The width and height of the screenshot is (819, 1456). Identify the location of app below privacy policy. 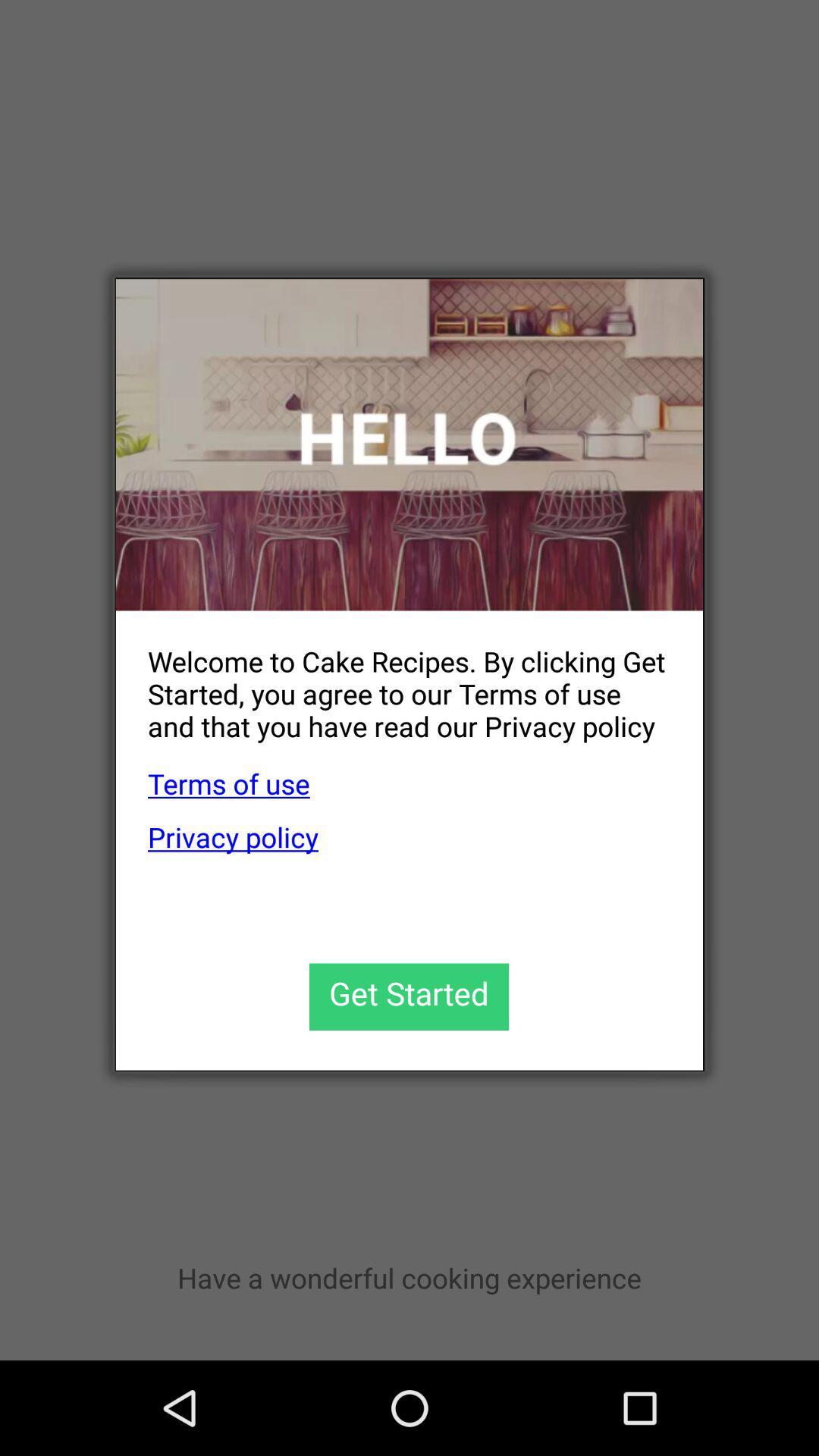
(408, 996).